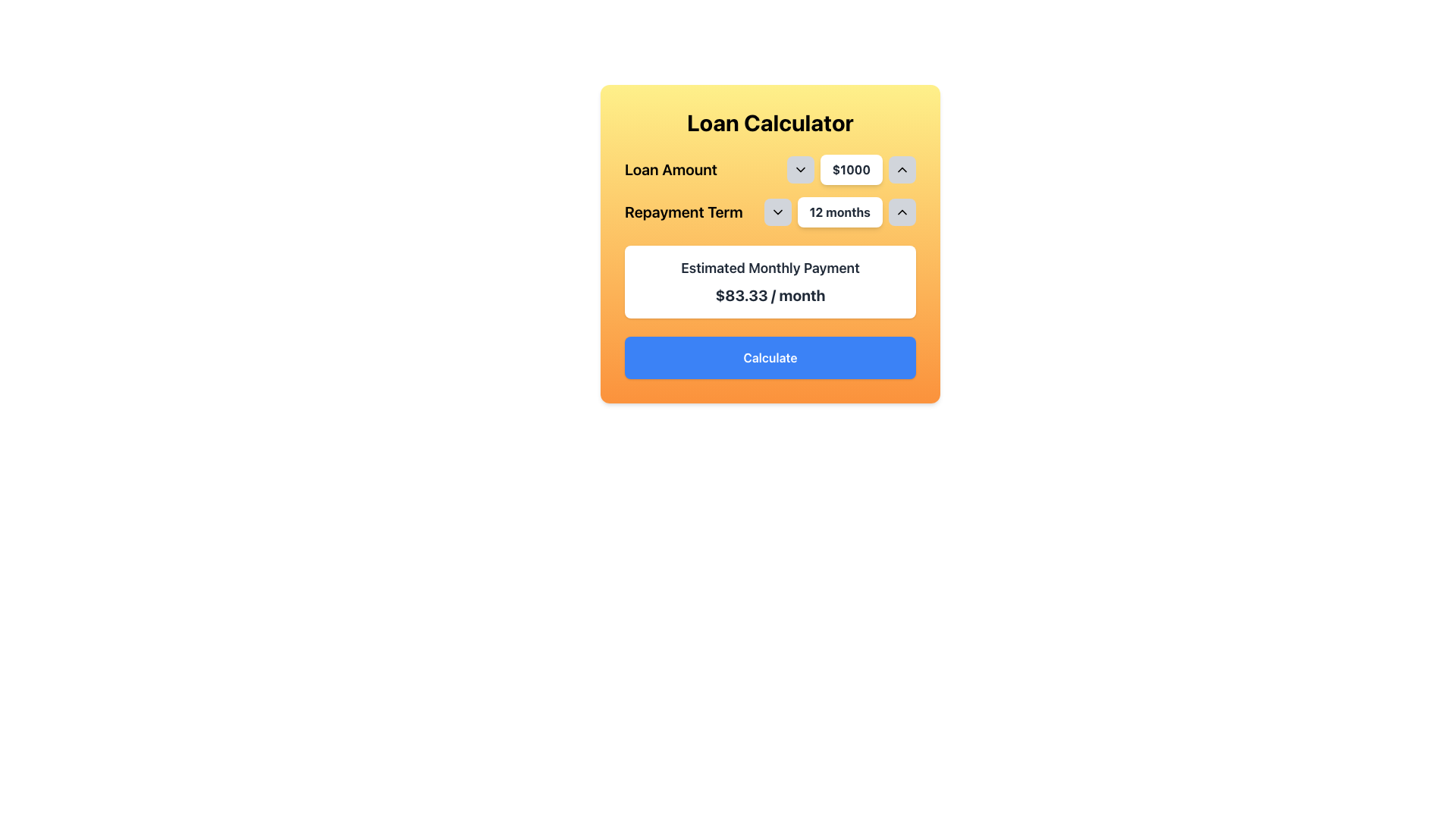 This screenshot has height=819, width=1456. I want to click on the interactive button located to the right of the '12 months' text in the 'Repayment Term' line, so click(902, 212).